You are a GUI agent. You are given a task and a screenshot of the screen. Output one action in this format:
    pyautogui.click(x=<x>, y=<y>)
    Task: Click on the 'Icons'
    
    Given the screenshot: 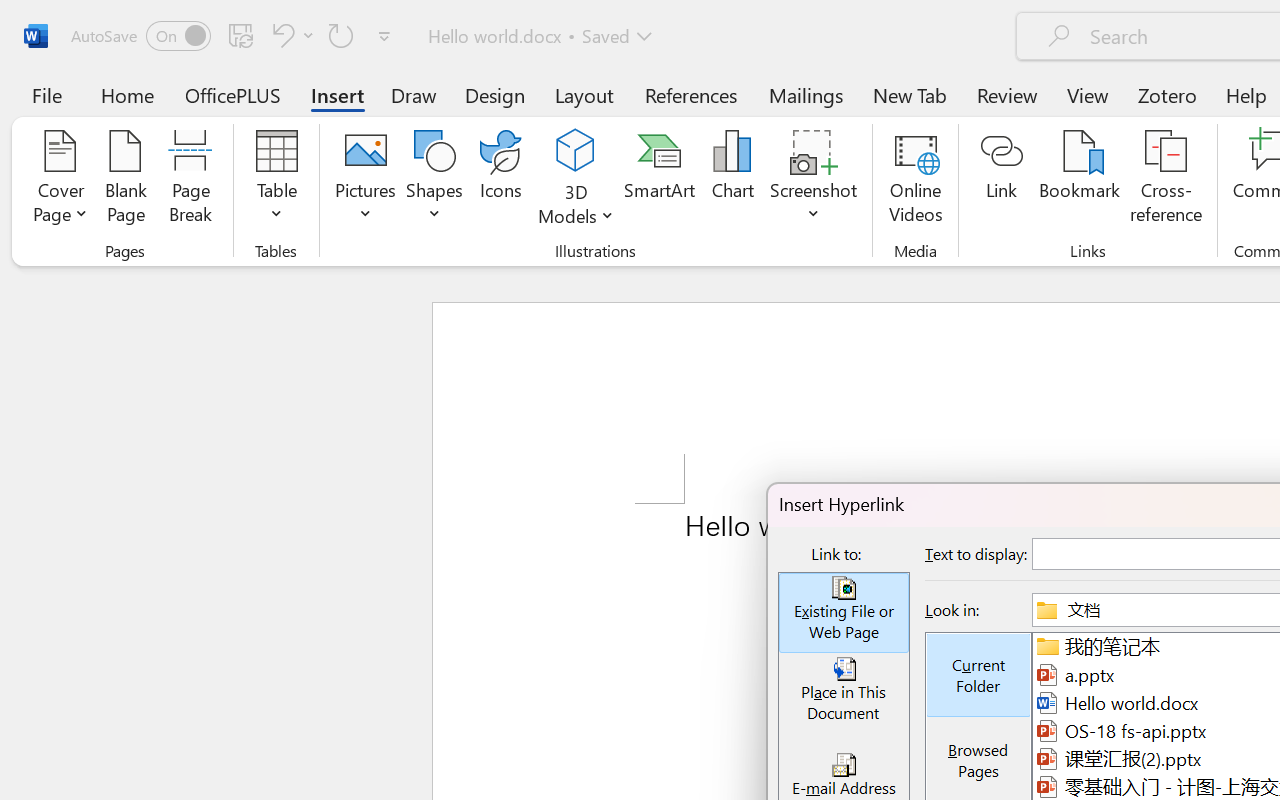 What is the action you would take?
    pyautogui.click(x=501, y=179)
    